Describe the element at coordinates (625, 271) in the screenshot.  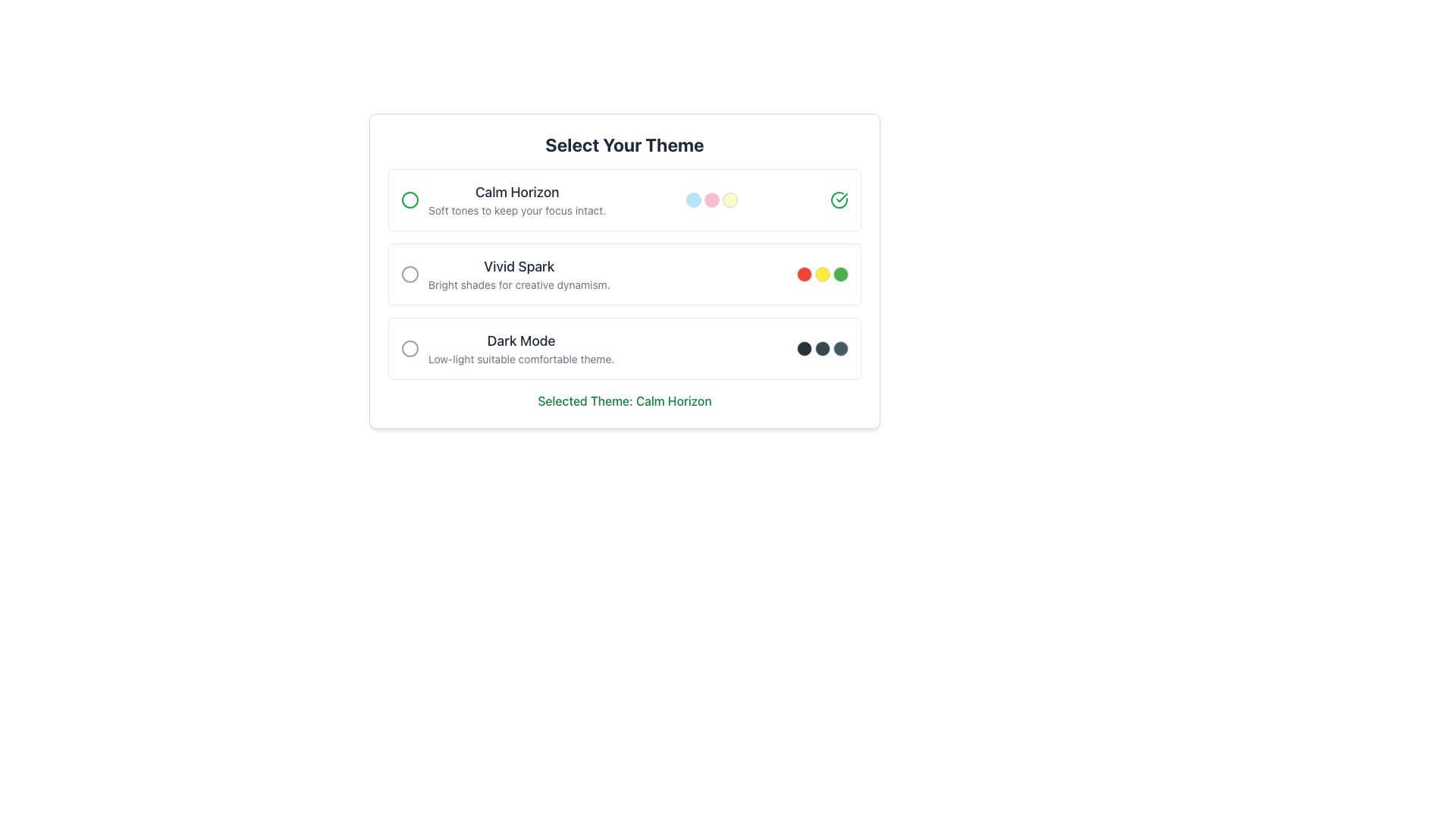
I see `the second selection card in the vertically arranged list` at that location.